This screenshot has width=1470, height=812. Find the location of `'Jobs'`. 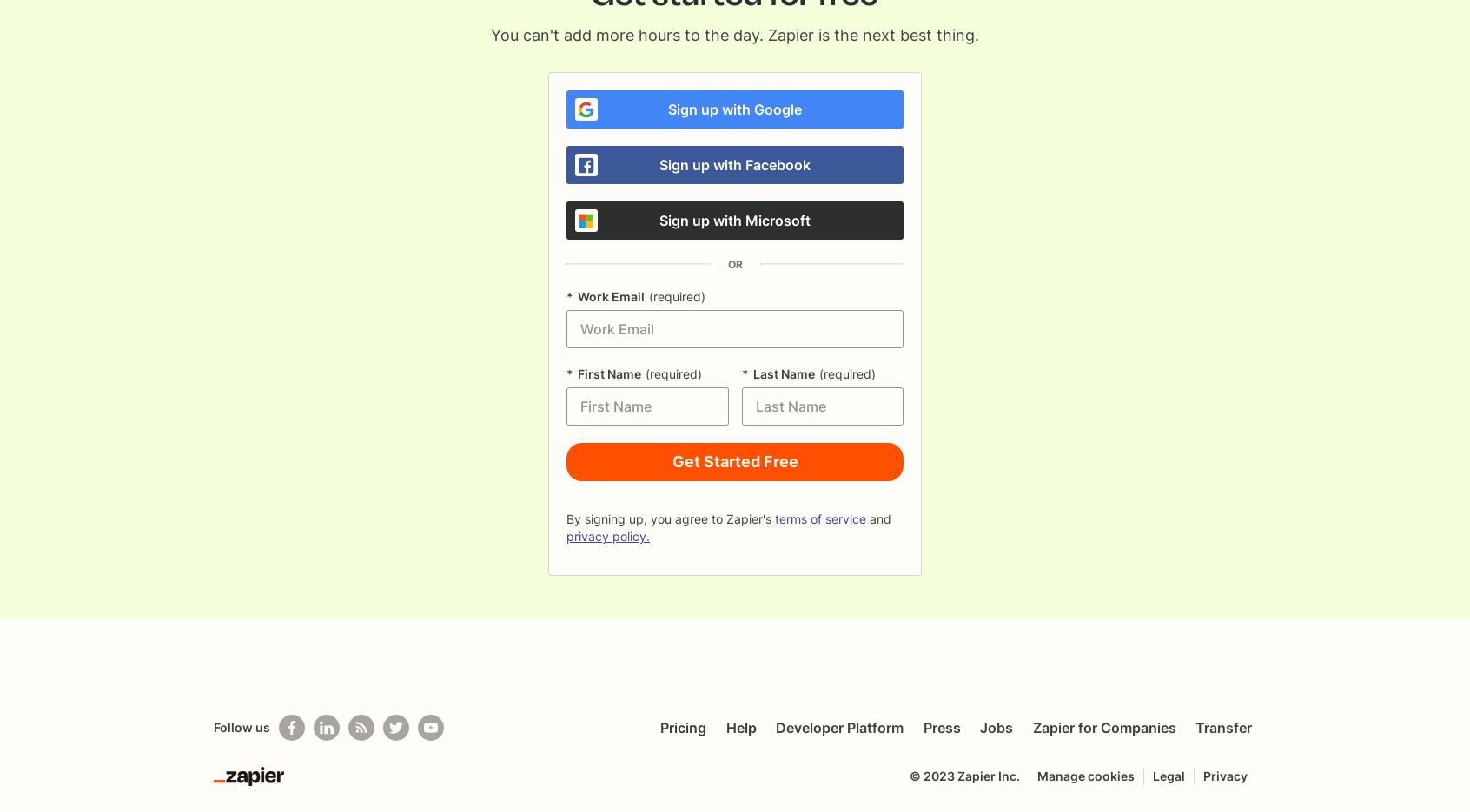

'Jobs' is located at coordinates (996, 728).